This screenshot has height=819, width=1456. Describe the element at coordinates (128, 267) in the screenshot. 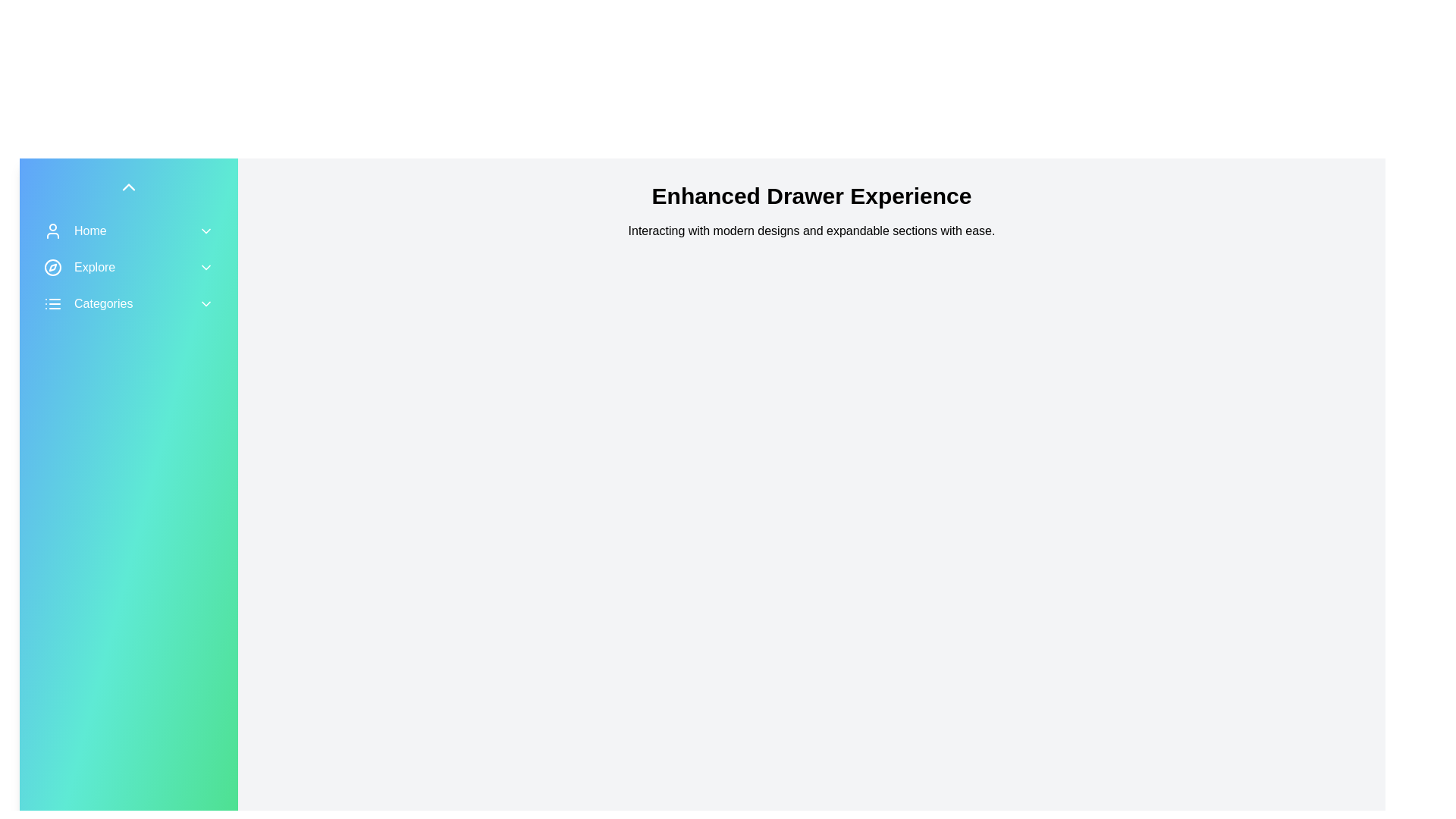

I see `the 'Explore' menu item to toggle its expanded state` at that location.